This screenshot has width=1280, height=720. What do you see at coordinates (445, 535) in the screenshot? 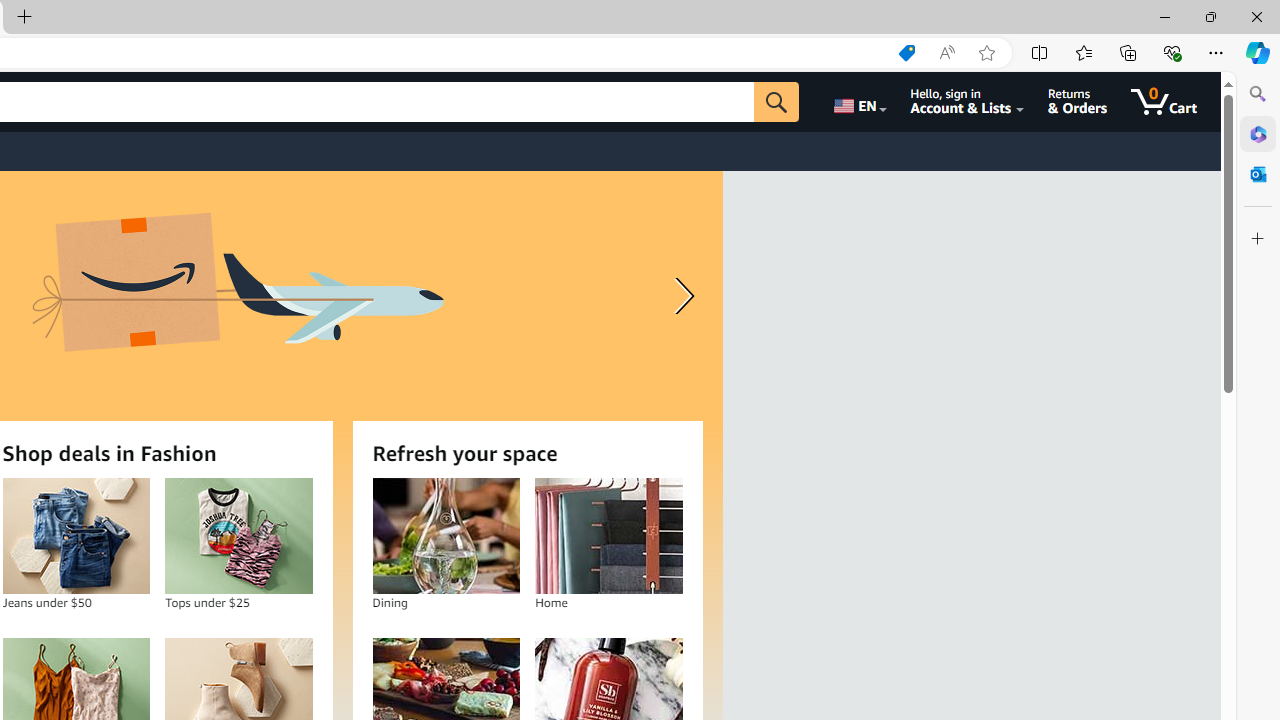
I see `'Dining'` at bounding box center [445, 535].